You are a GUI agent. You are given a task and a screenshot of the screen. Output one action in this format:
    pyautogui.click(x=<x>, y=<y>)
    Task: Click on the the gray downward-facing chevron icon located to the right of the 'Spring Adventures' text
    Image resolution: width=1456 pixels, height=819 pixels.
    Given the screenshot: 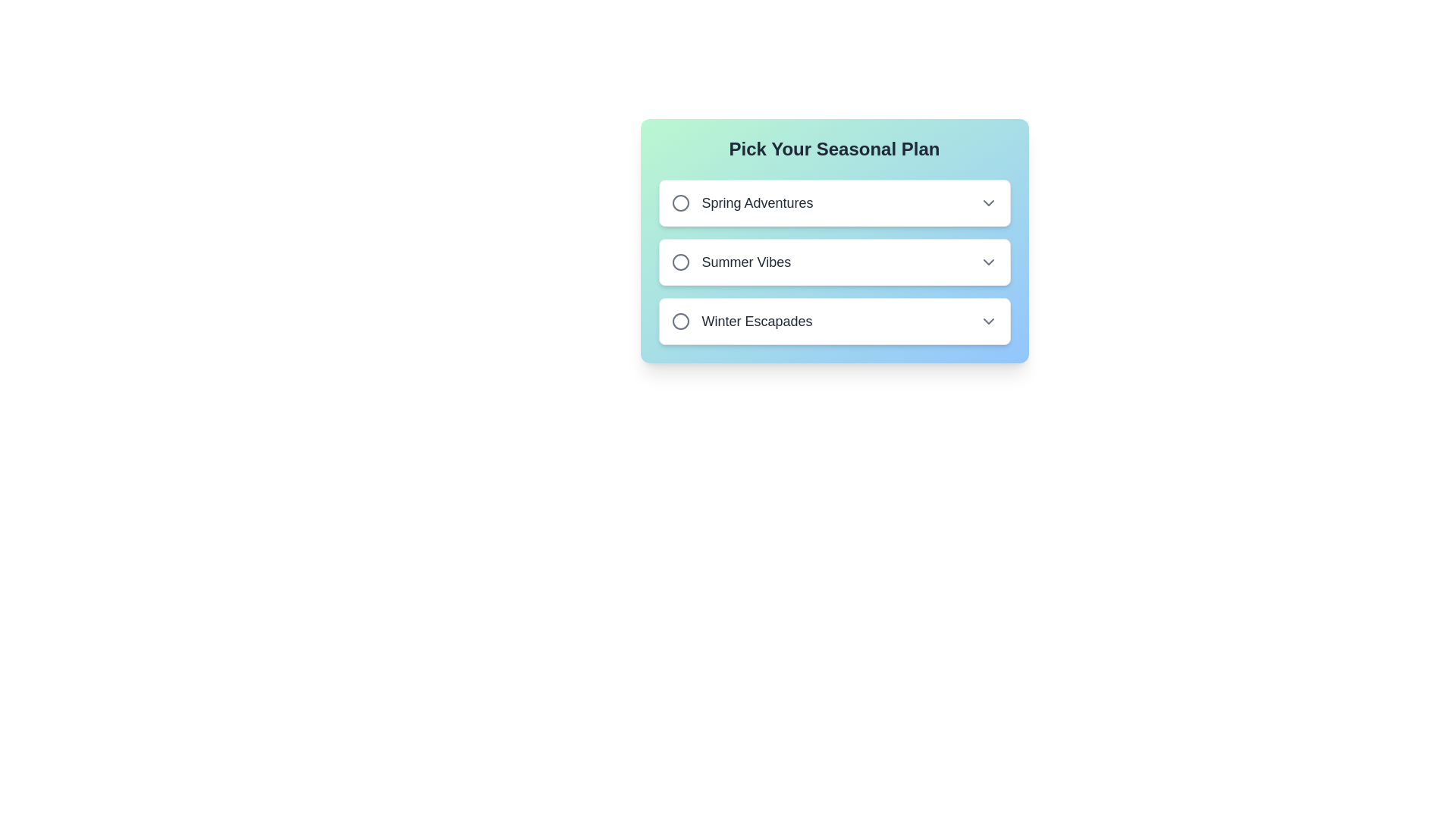 What is the action you would take?
    pyautogui.click(x=988, y=202)
    